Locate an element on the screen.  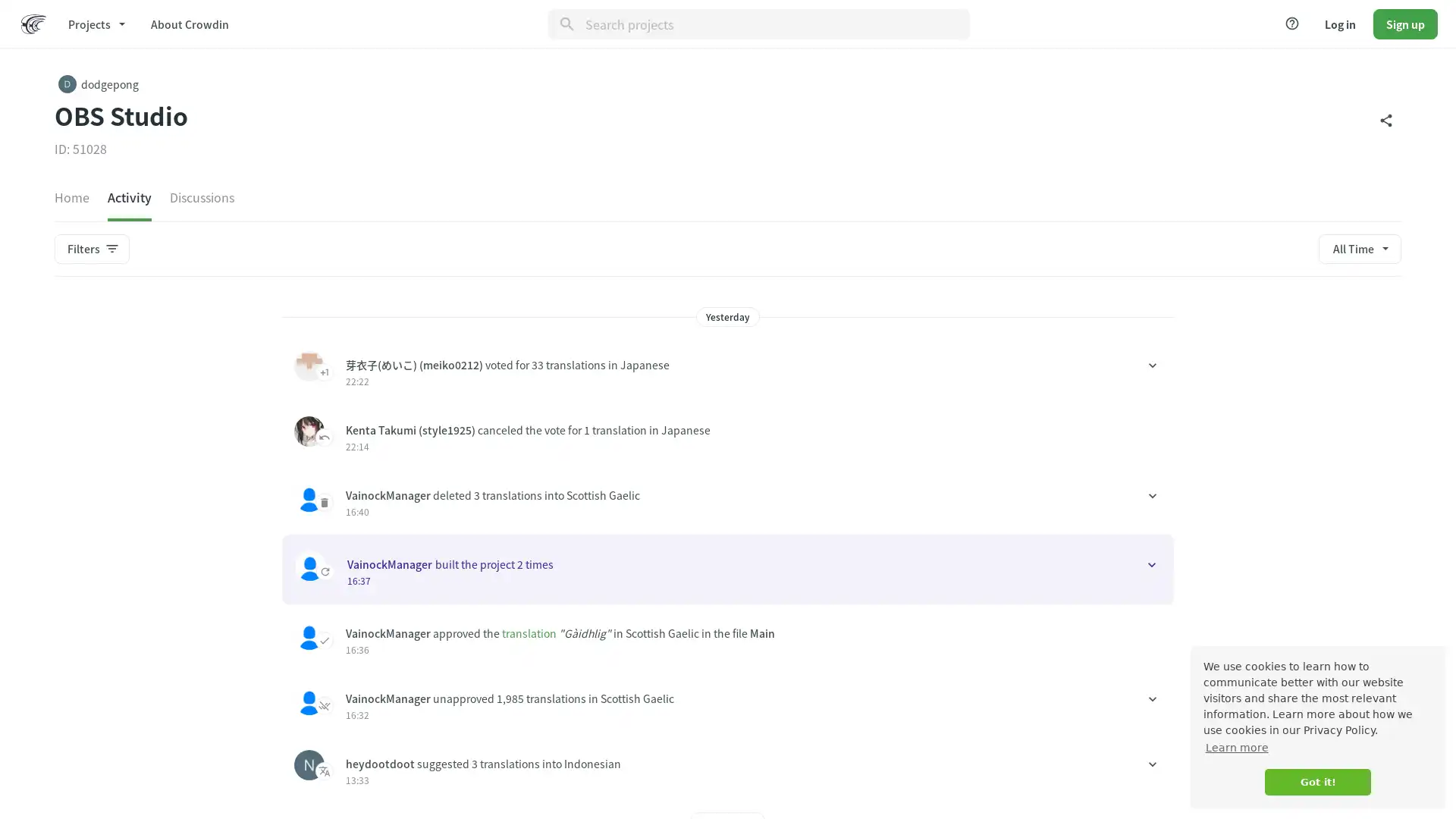
learn more about cookies is located at coordinates (1236, 747).